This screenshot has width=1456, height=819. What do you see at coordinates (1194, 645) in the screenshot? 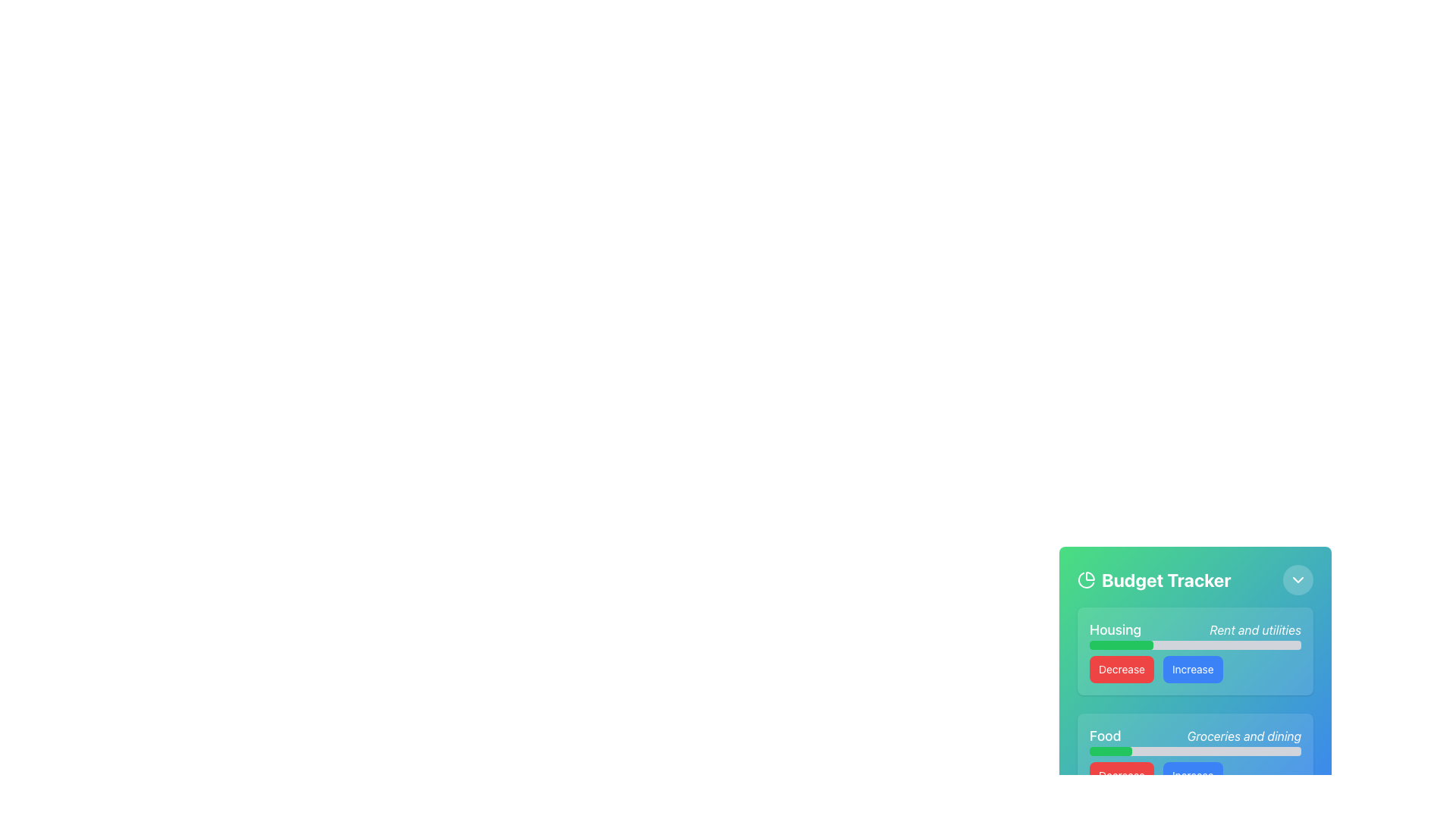
I see `the progress bar located under the 'Housing' section, specifically below the text 'Housing' and 'Rent and utilities'. This is the sole progress bar in this group that visually represents a value or percentage related to housing budget or utilities` at bounding box center [1194, 645].